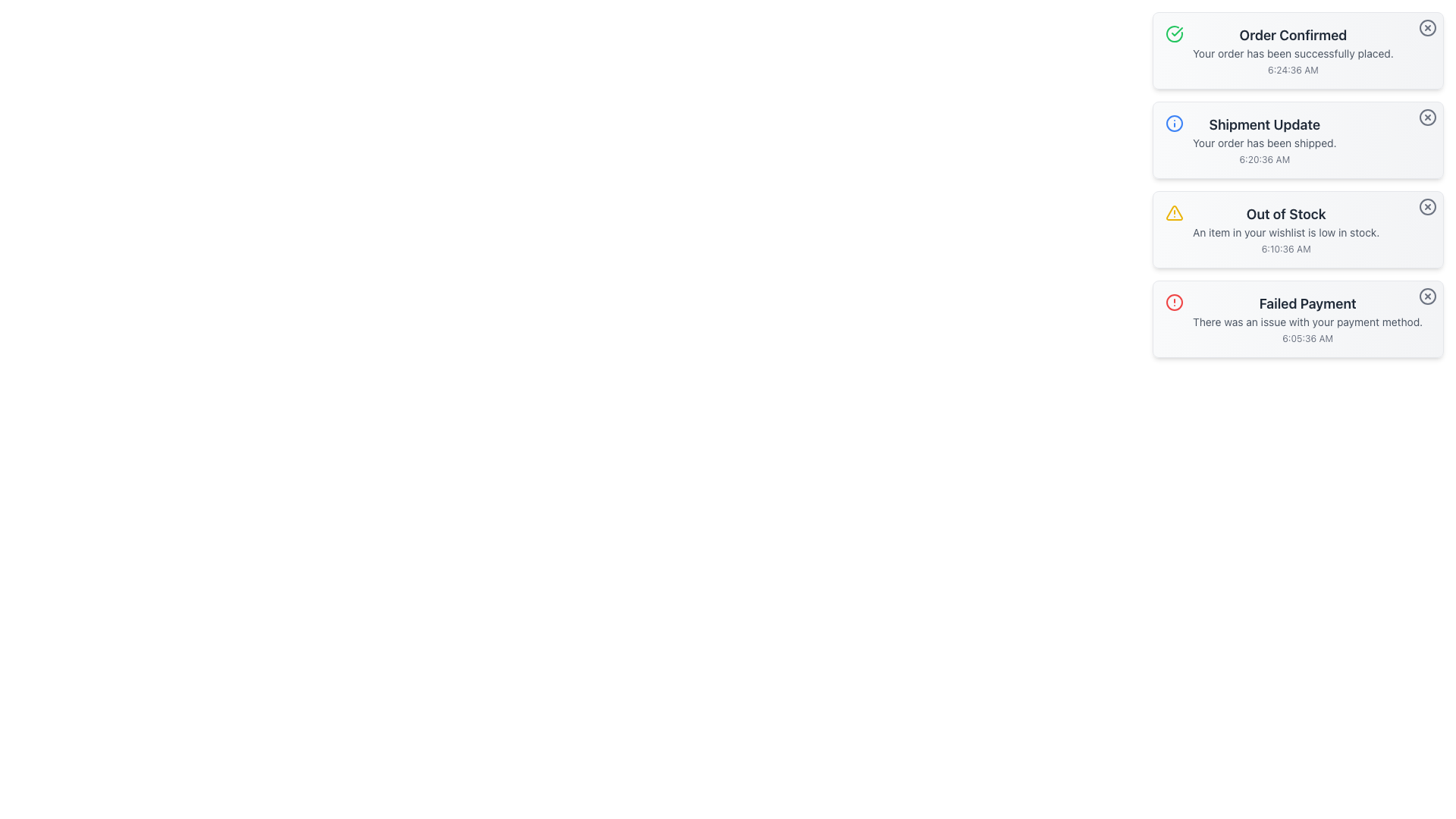  I want to click on the timestamp text label displaying '6:05:36 AM', which is positioned at the bottom of the 'Failed Payment' content block, so click(1307, 338).